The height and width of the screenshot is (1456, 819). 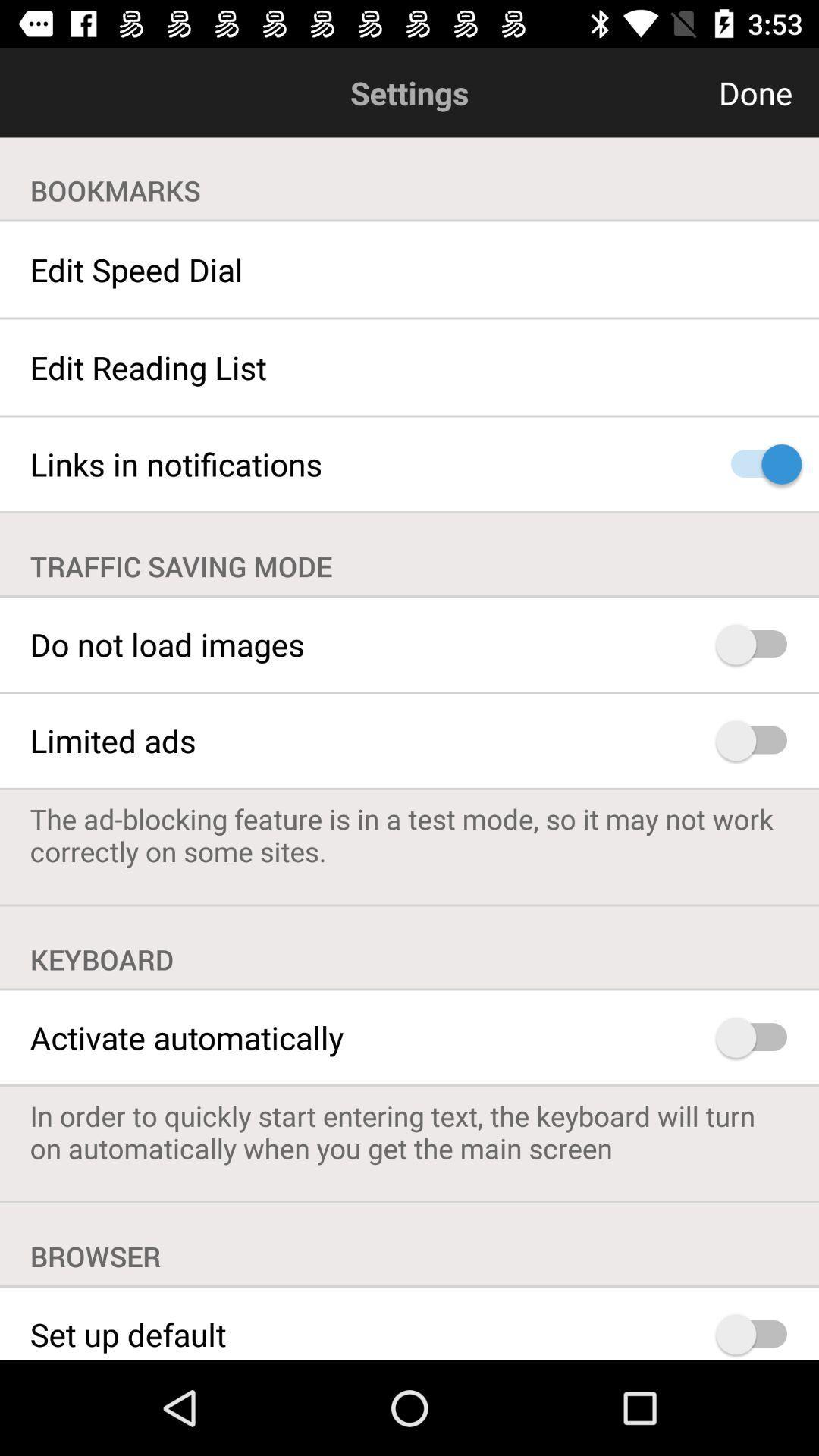 What do you see at coordinates (409, 367) in the screenshot?
I see `the edit reading list item` at bounding box center [409, 367].